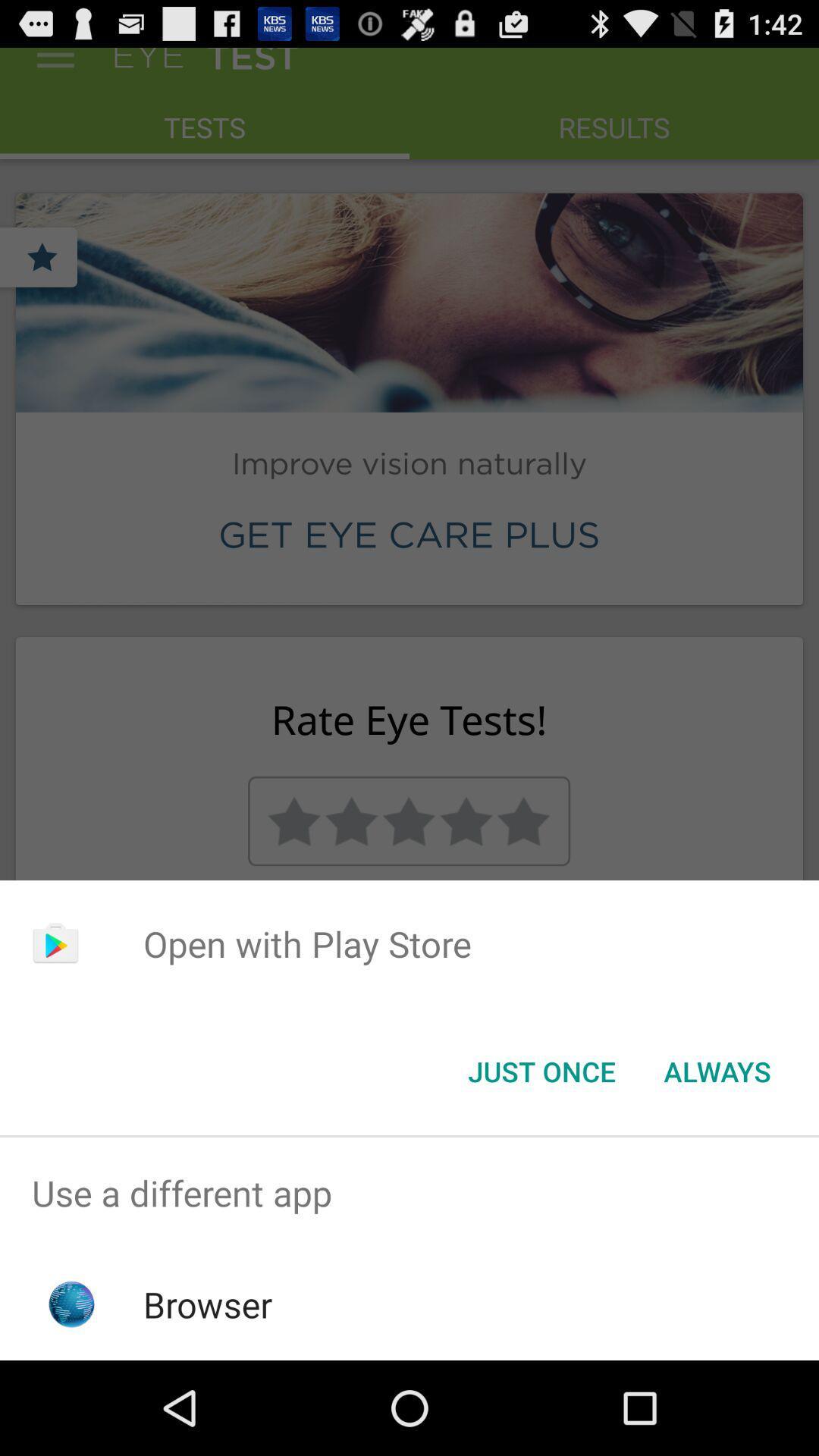  I want to click on the just once item, so click(541, 1070).